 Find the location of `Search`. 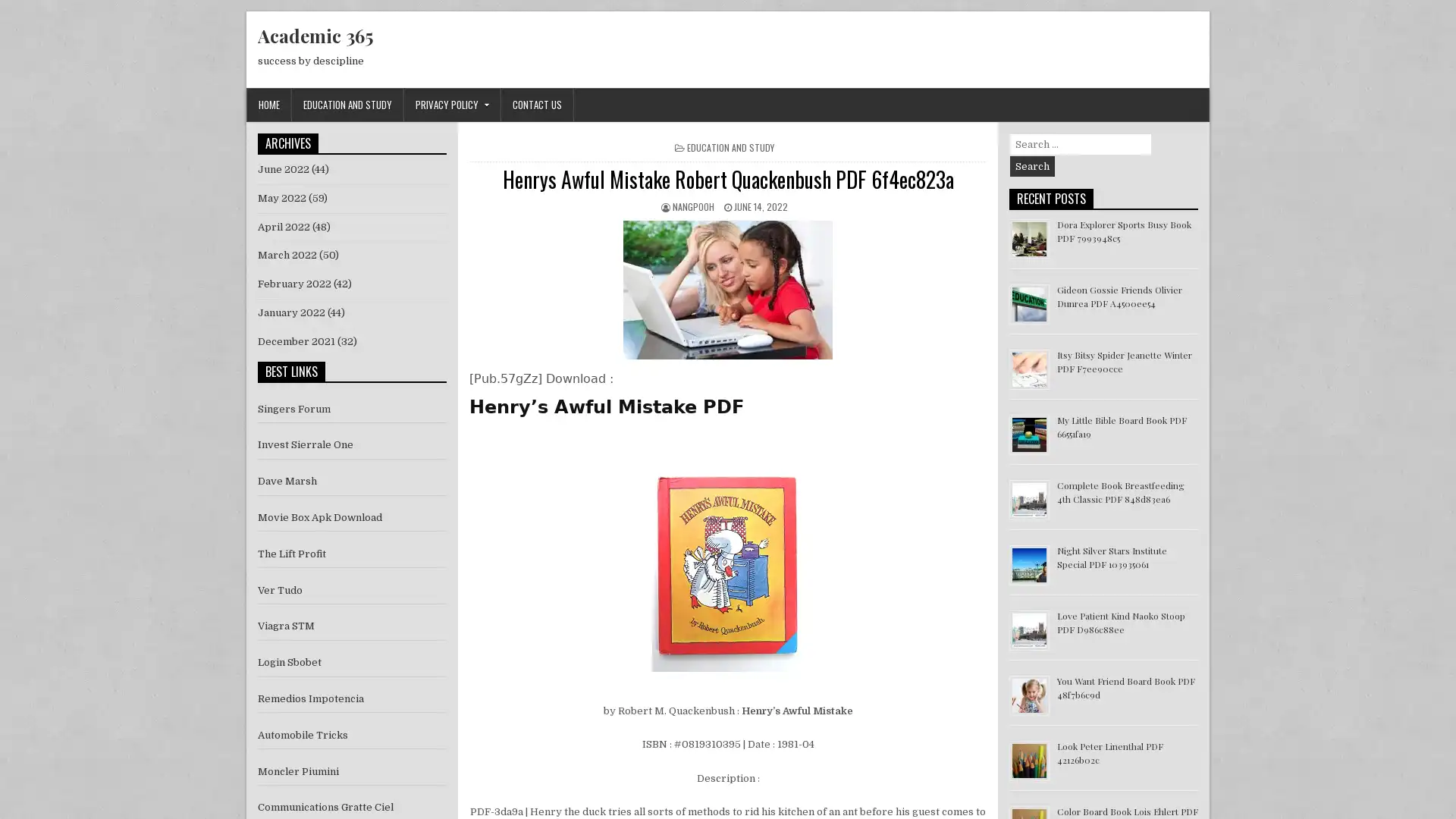

Search is located at coordinates (1031, 166).